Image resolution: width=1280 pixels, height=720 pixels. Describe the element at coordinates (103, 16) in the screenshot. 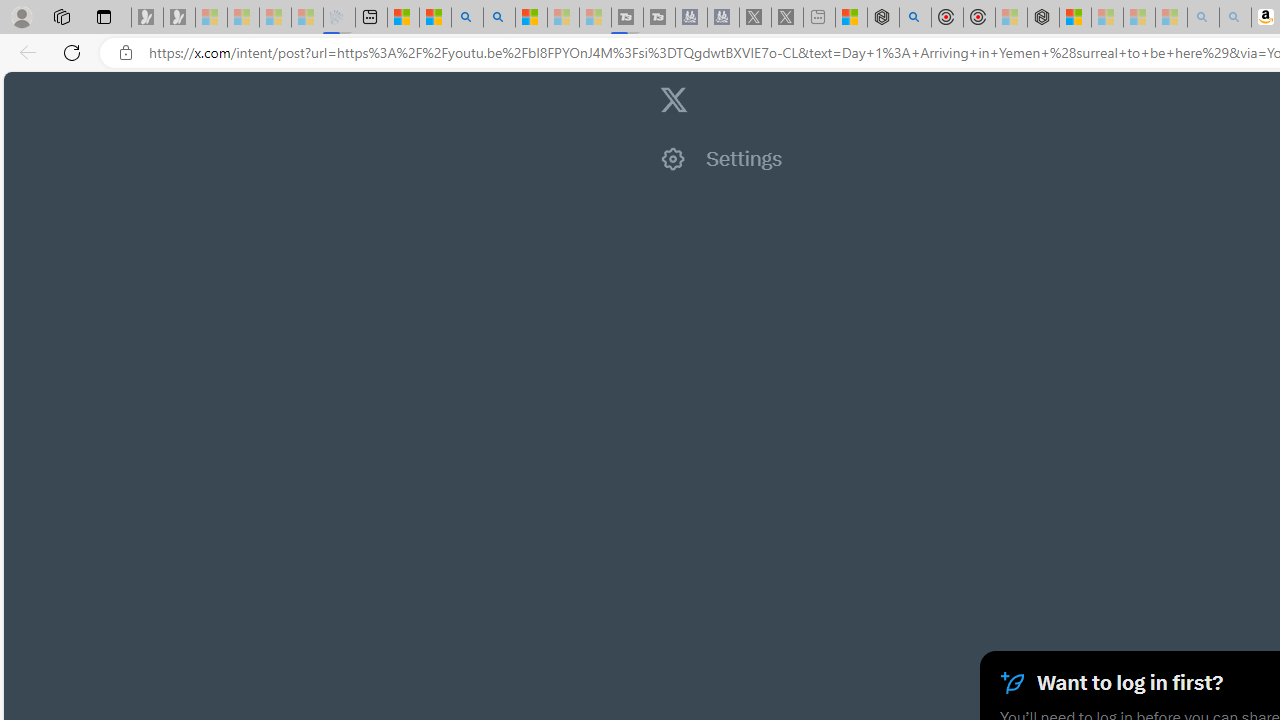

I see `'Tab actions menu'` at that location.